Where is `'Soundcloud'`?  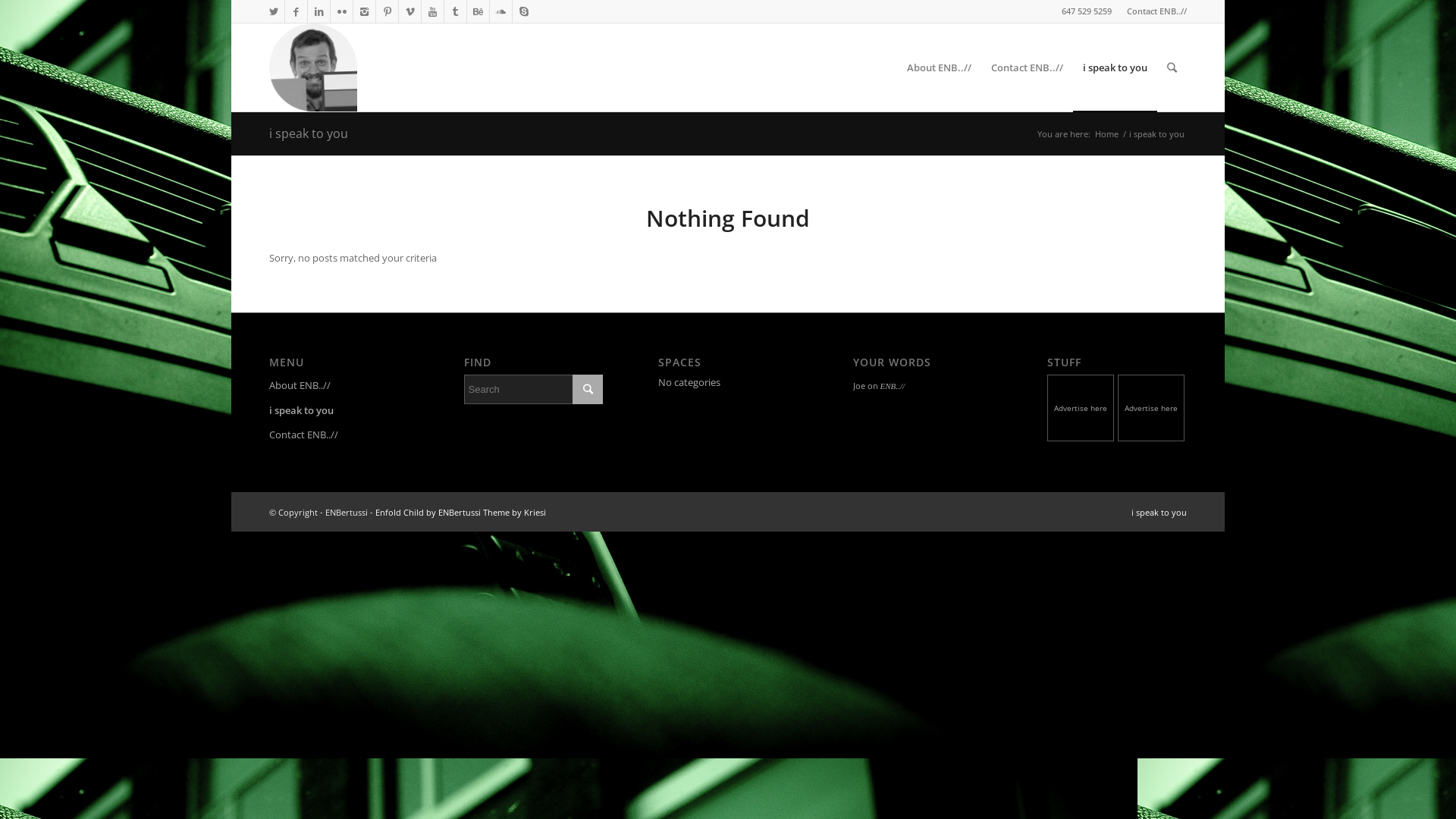
'Soundcloud' is located at coordinates (500, 11).